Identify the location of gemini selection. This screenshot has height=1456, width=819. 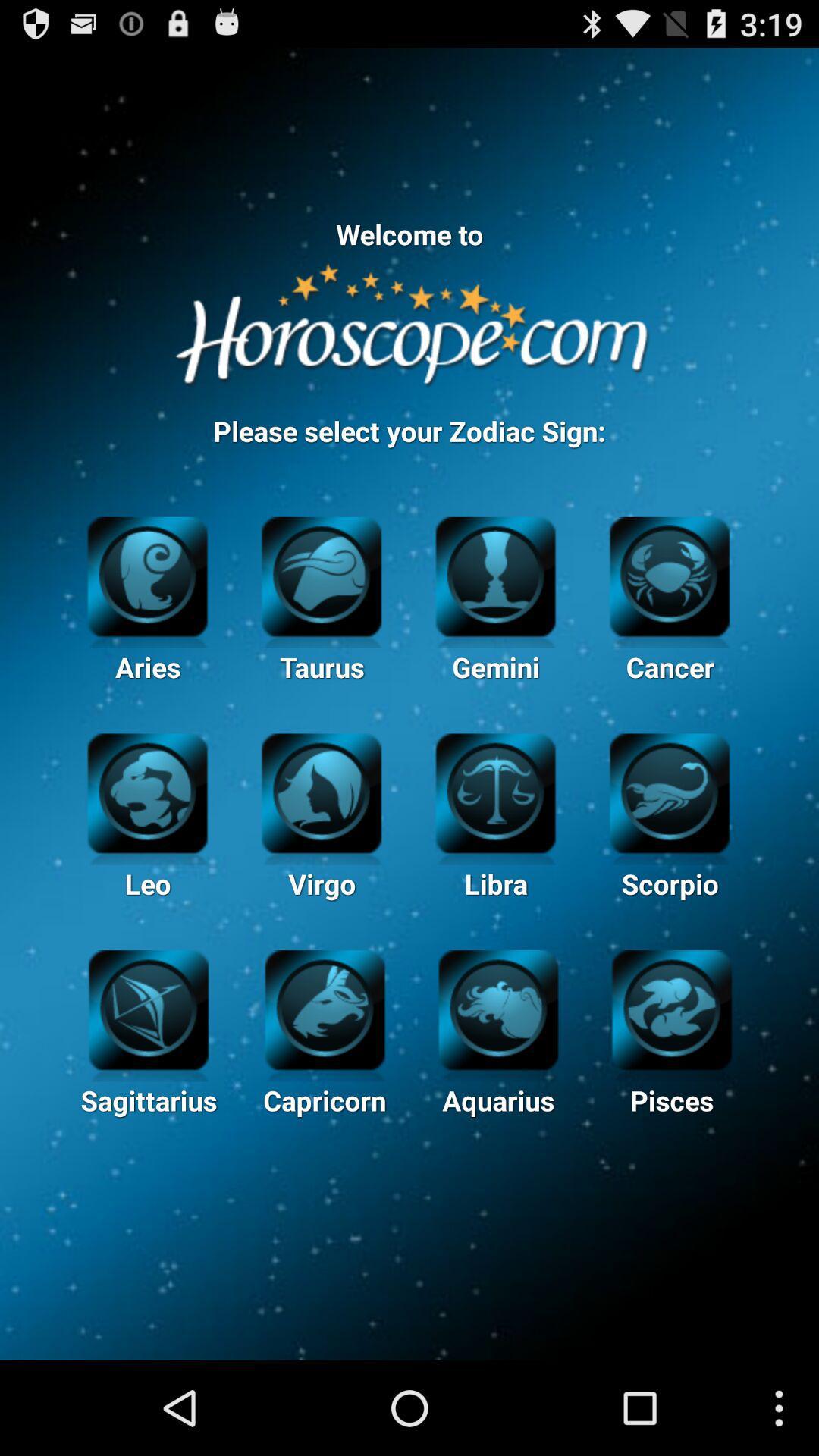
(495, 573).